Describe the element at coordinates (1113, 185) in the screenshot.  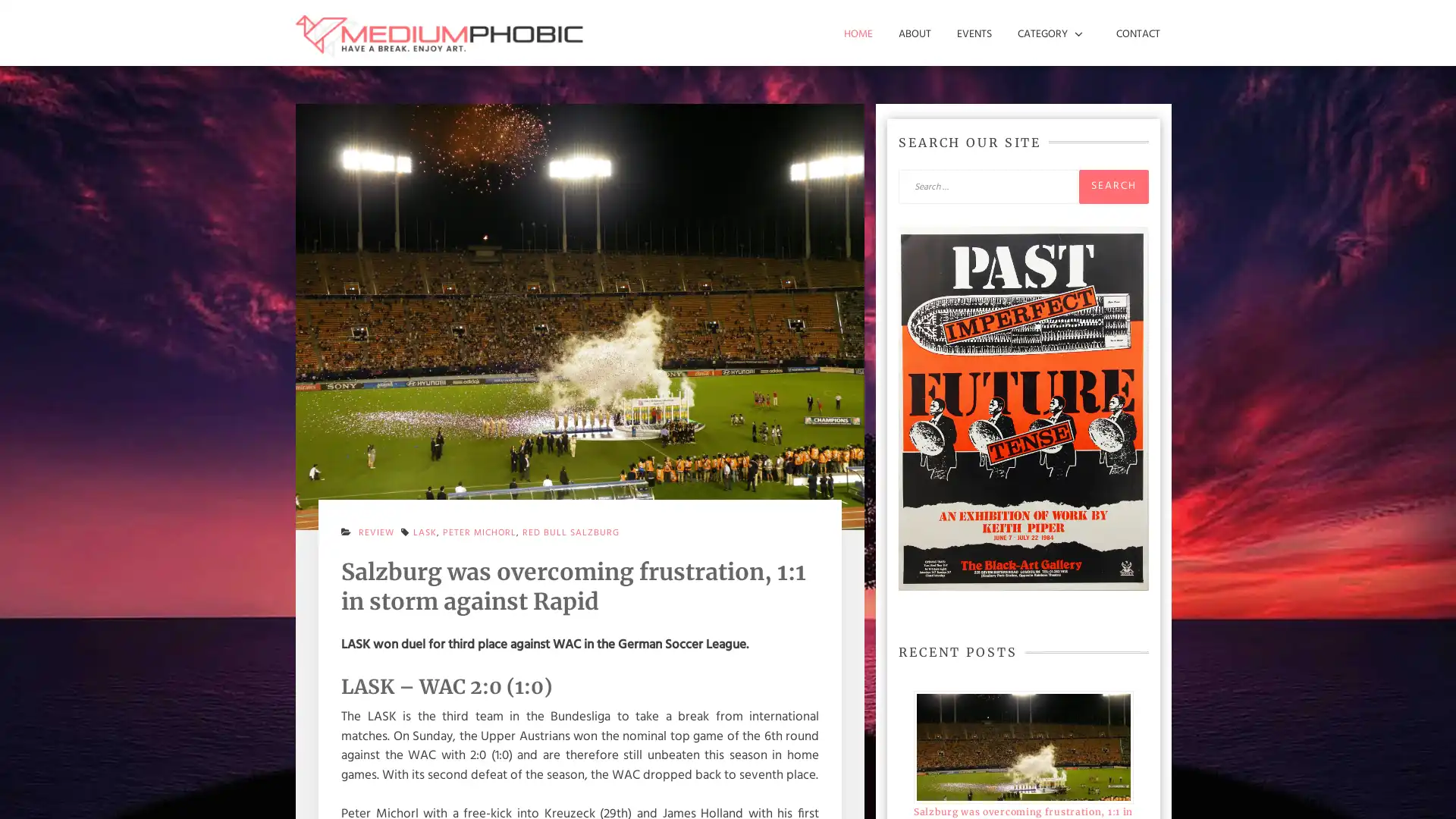
I see `Search` at that location.